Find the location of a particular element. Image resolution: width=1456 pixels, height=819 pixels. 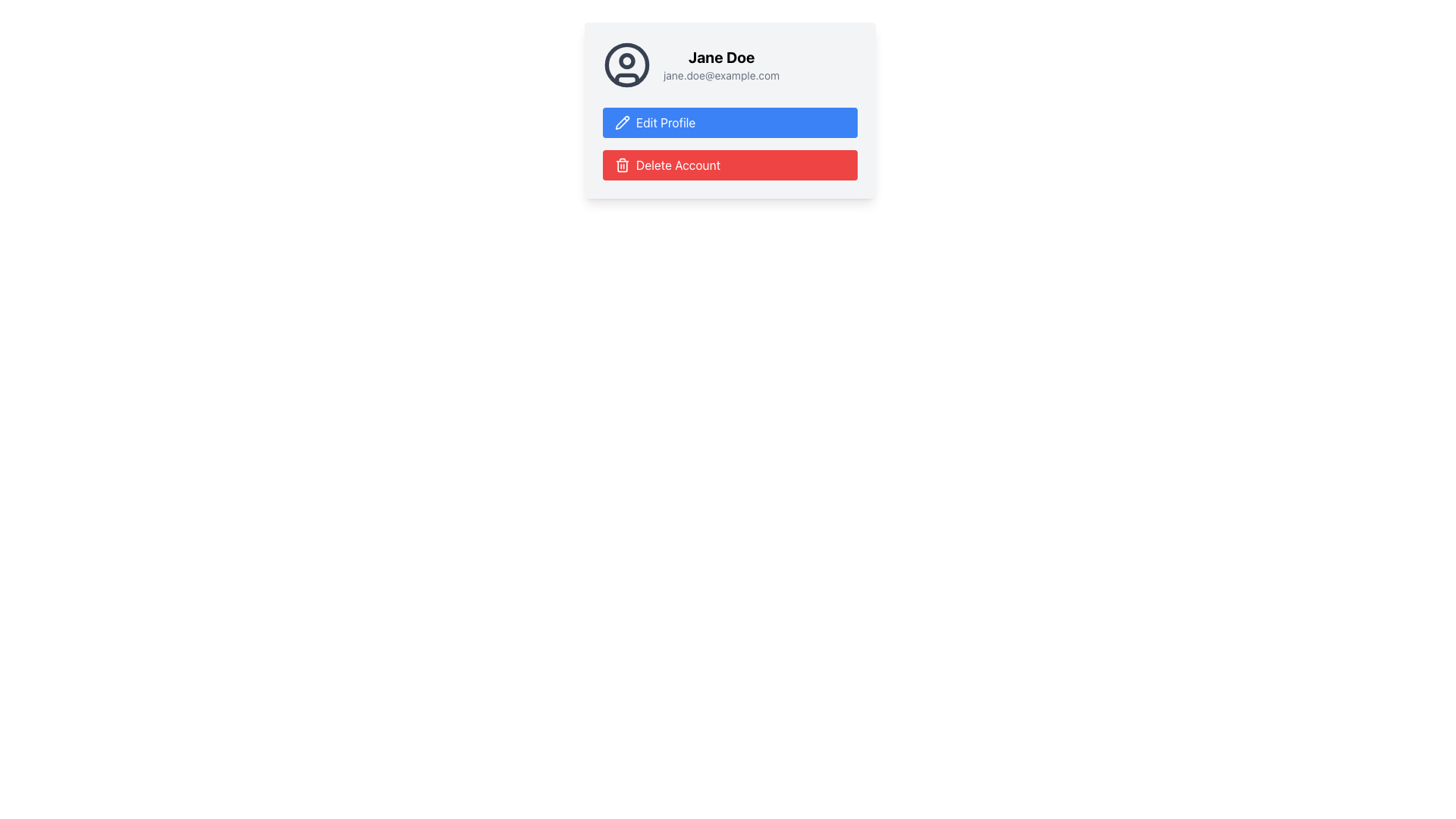

the graphical pencil icon representing the editing action, located to the left of the blue 'Edit Profile' button is located at coordinates (622, 121).